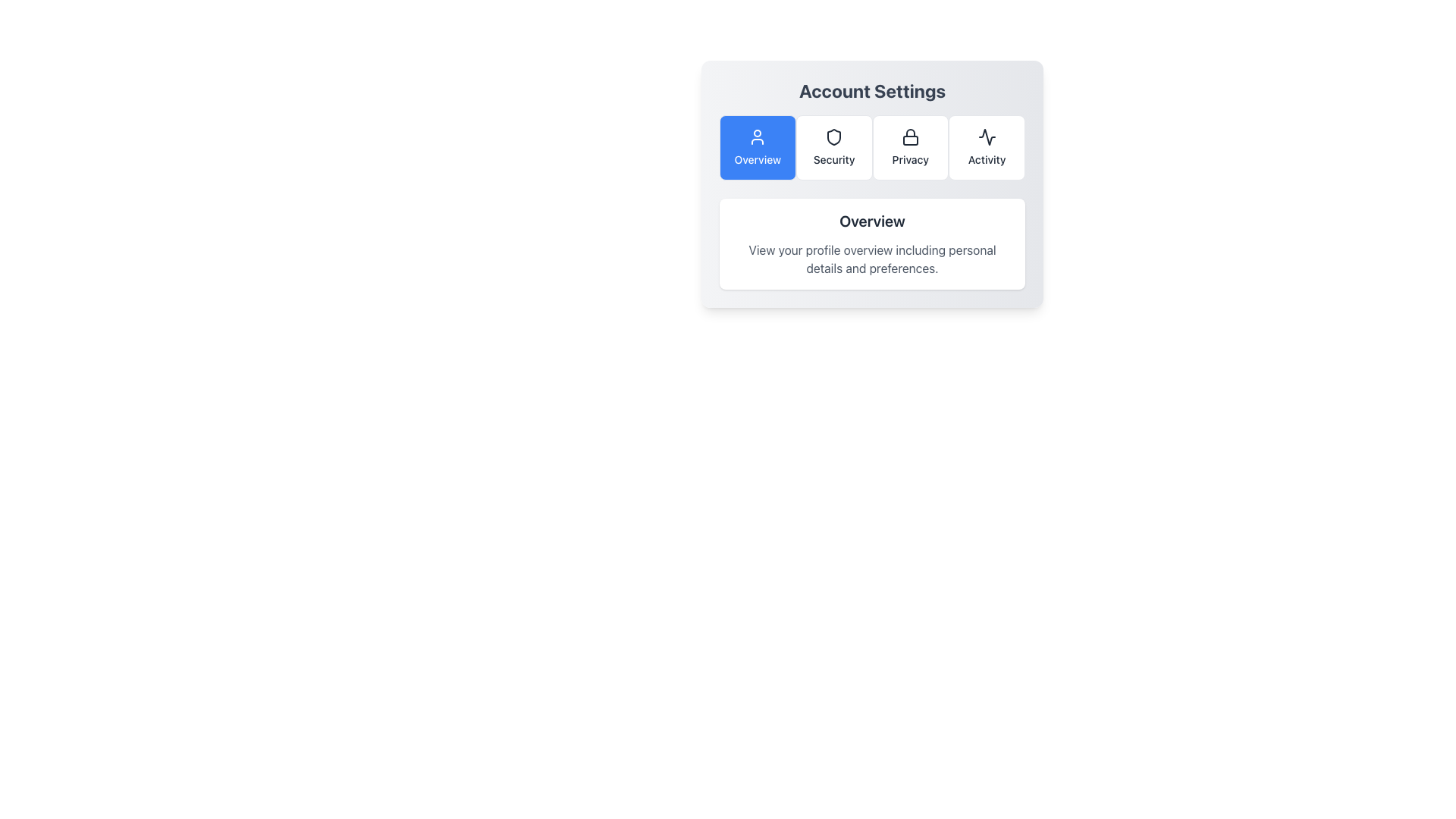 The width and height of the screenshot is (1456, 819). Describe the element at coordinates (872, 221) in the screenshot. I see `text label displaying 'Overview' which is styled in bold, dark gray and serves as the heading for the user profile information section` at that location.